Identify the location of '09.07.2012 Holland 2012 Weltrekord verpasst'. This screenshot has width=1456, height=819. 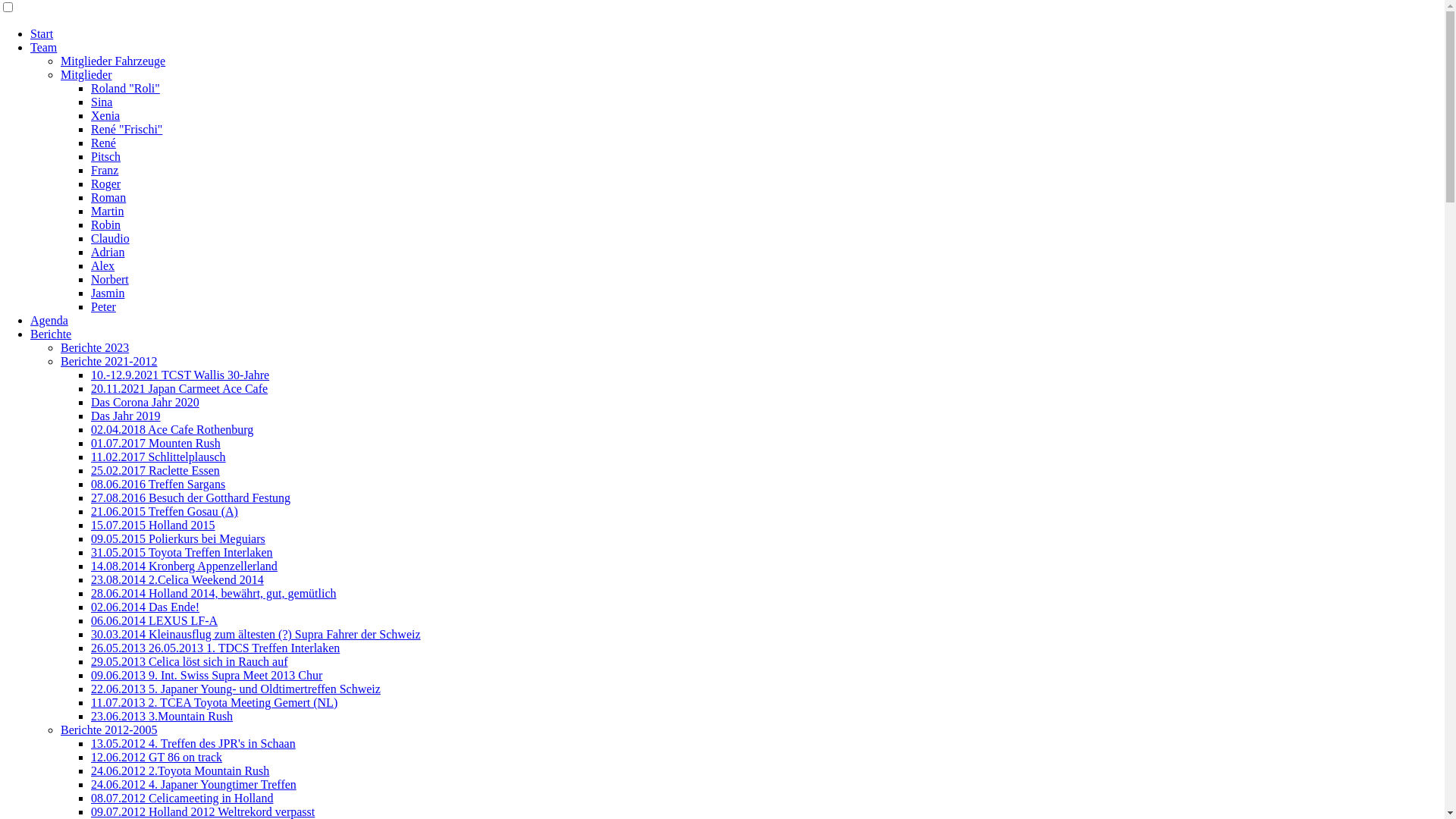
(202, 811).